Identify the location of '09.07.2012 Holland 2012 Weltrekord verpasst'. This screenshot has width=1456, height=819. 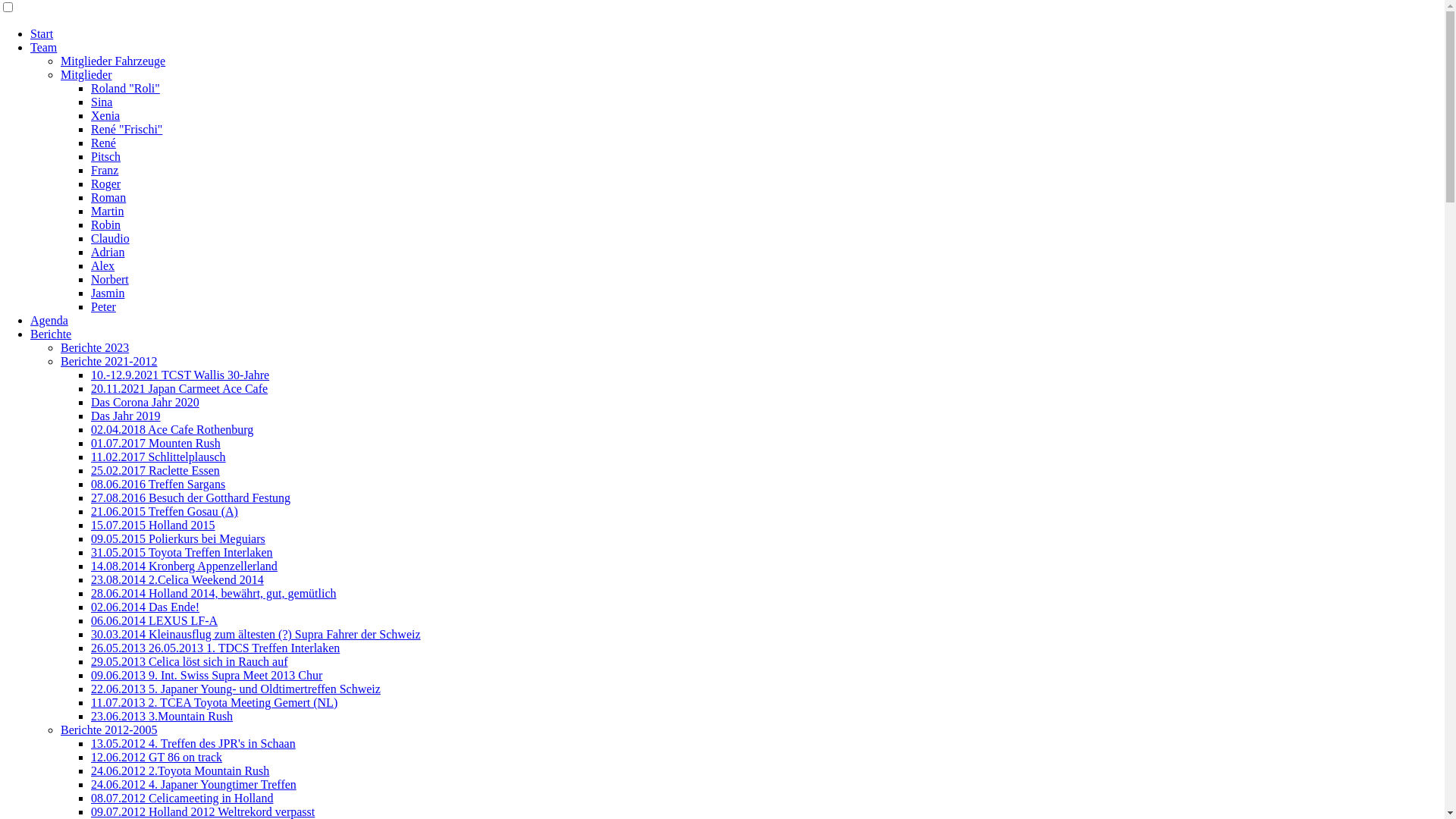
(202, 811).